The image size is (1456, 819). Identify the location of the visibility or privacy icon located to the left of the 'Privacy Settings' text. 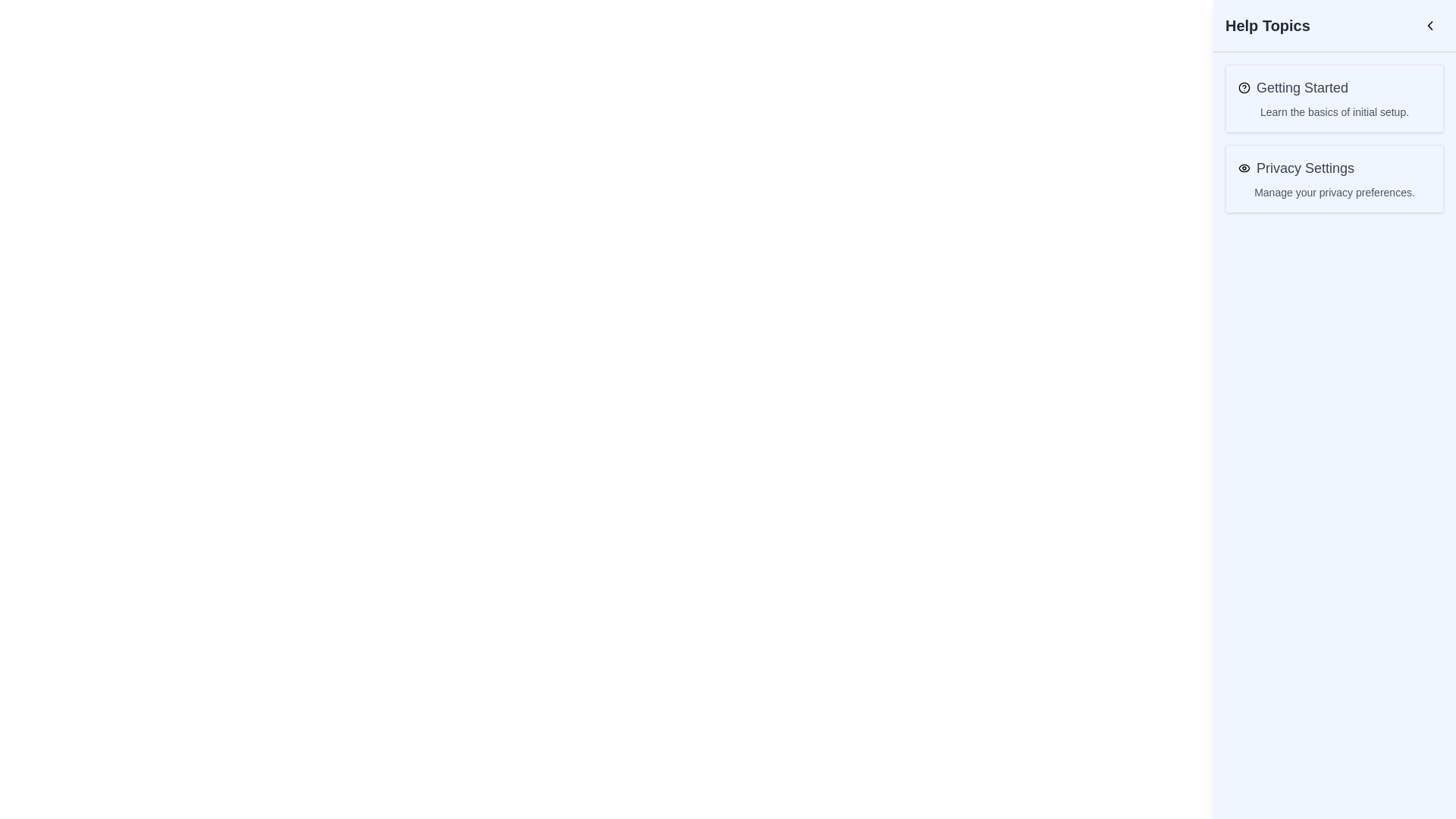
(1244, 168).